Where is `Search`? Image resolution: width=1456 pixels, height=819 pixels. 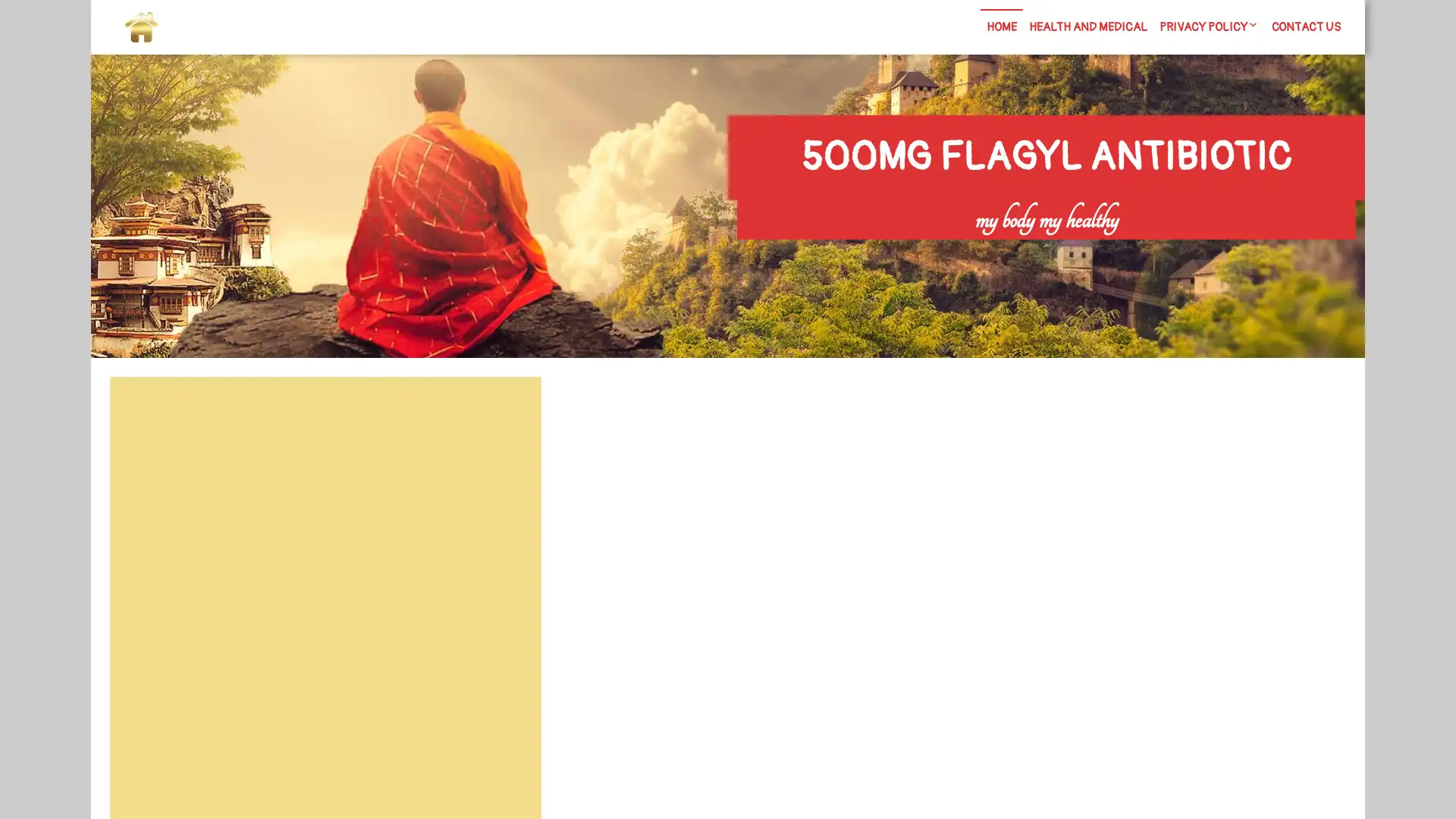 Search is located at coordinates (506, 413).